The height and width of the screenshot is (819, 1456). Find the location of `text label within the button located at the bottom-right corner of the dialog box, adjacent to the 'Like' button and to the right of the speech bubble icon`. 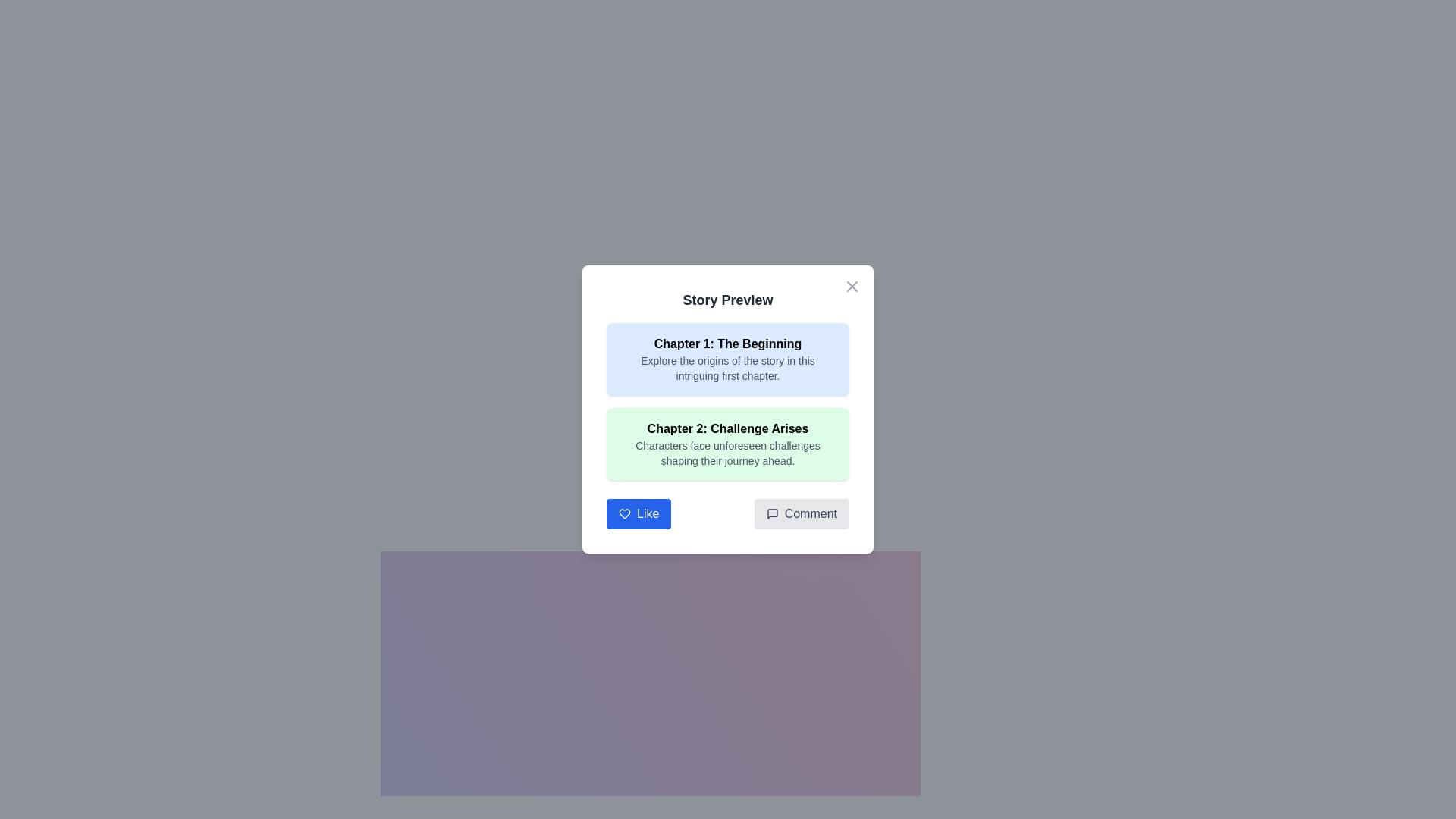

text label within the button located at the bottom-right corner of the dialog box, adjacent to the 'Like' button and to the right of the speech bubble icon is located at coordinates (810, 513).